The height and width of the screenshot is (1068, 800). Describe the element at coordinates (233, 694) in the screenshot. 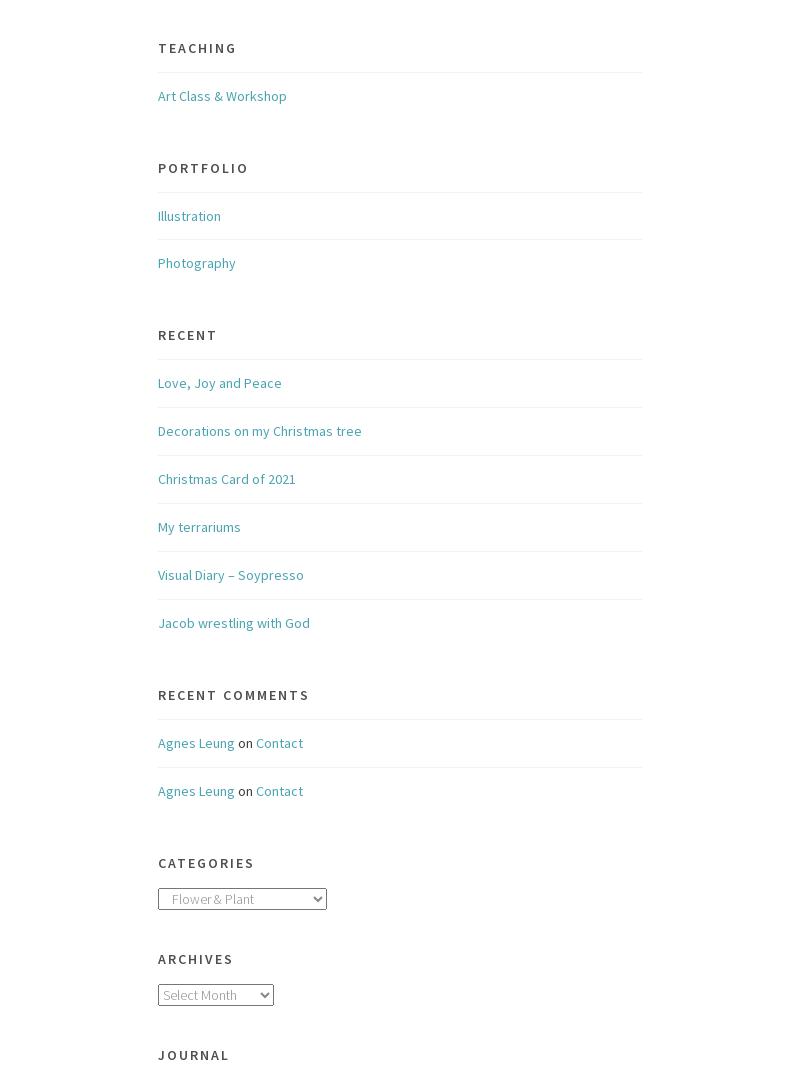

I see `'Recent Comments'` at that location.